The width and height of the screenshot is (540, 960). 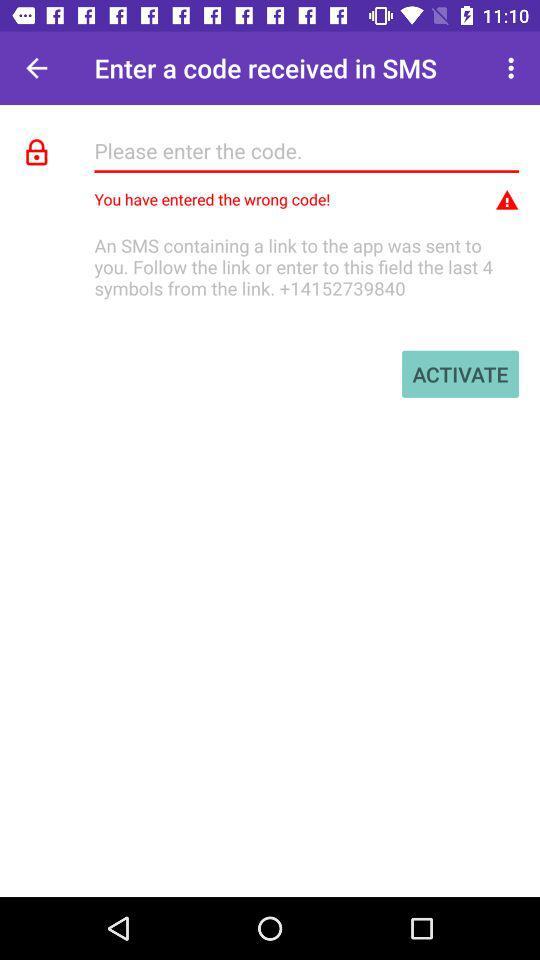 What do you see at coordinates (306, 149) in the screenshot?
I see `field to enter information` at bounding box center [306, 149].